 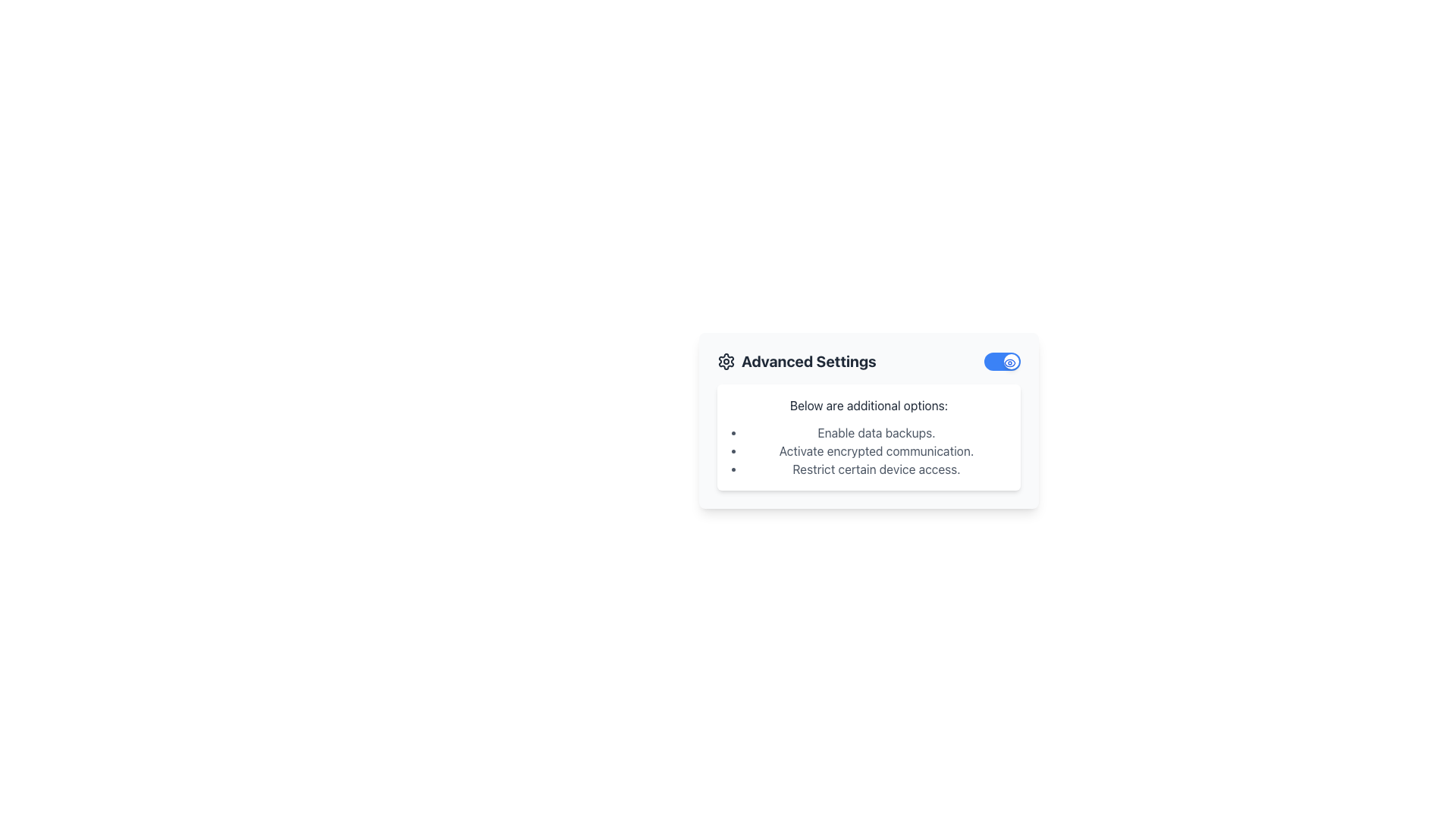 What do you see at coordinates (726, 362) in the screenshot?
I see `the cogwheel icon represented in SVG format, which is located to the left of the 'Advanced Settings' label in the UI` at bounding box center [726, 362].